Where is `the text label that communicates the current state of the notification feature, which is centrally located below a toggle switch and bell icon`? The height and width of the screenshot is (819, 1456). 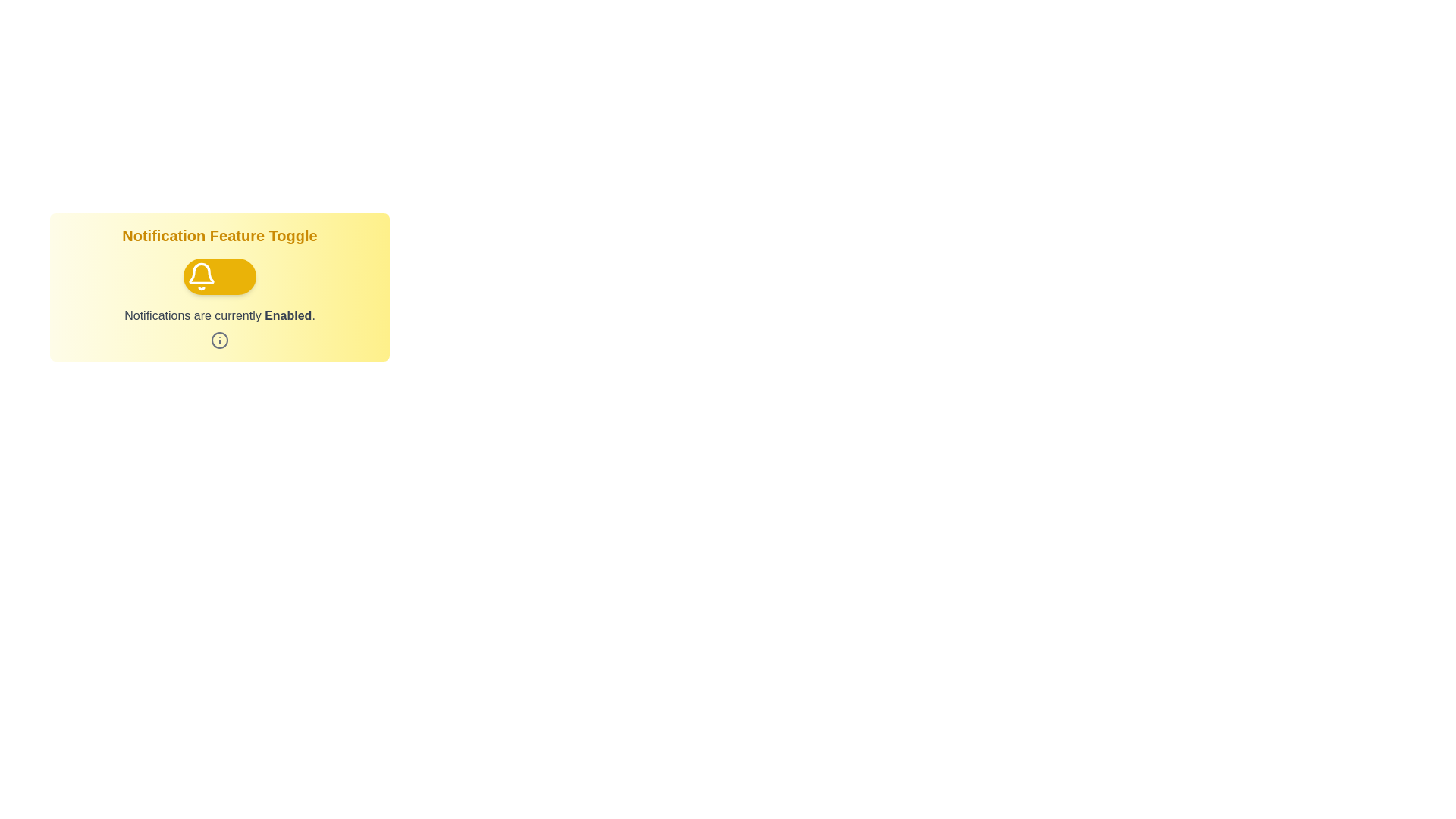
the text label that communicates the current state of the notification feature, which is centrally located below a toggle switch and bell icon is located at coordinates (218, 315).